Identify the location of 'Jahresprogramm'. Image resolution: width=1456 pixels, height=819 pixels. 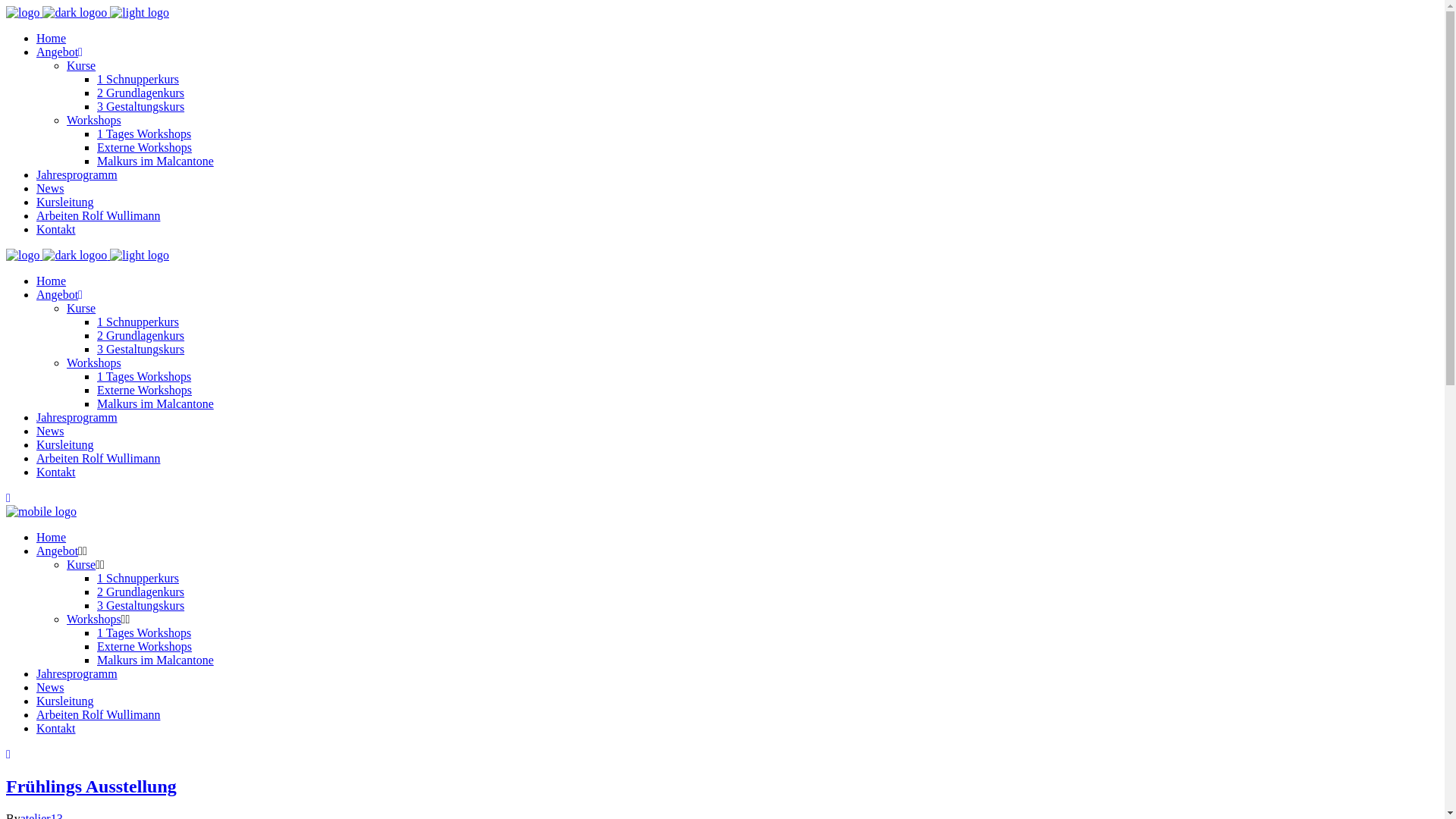
(76, 673).